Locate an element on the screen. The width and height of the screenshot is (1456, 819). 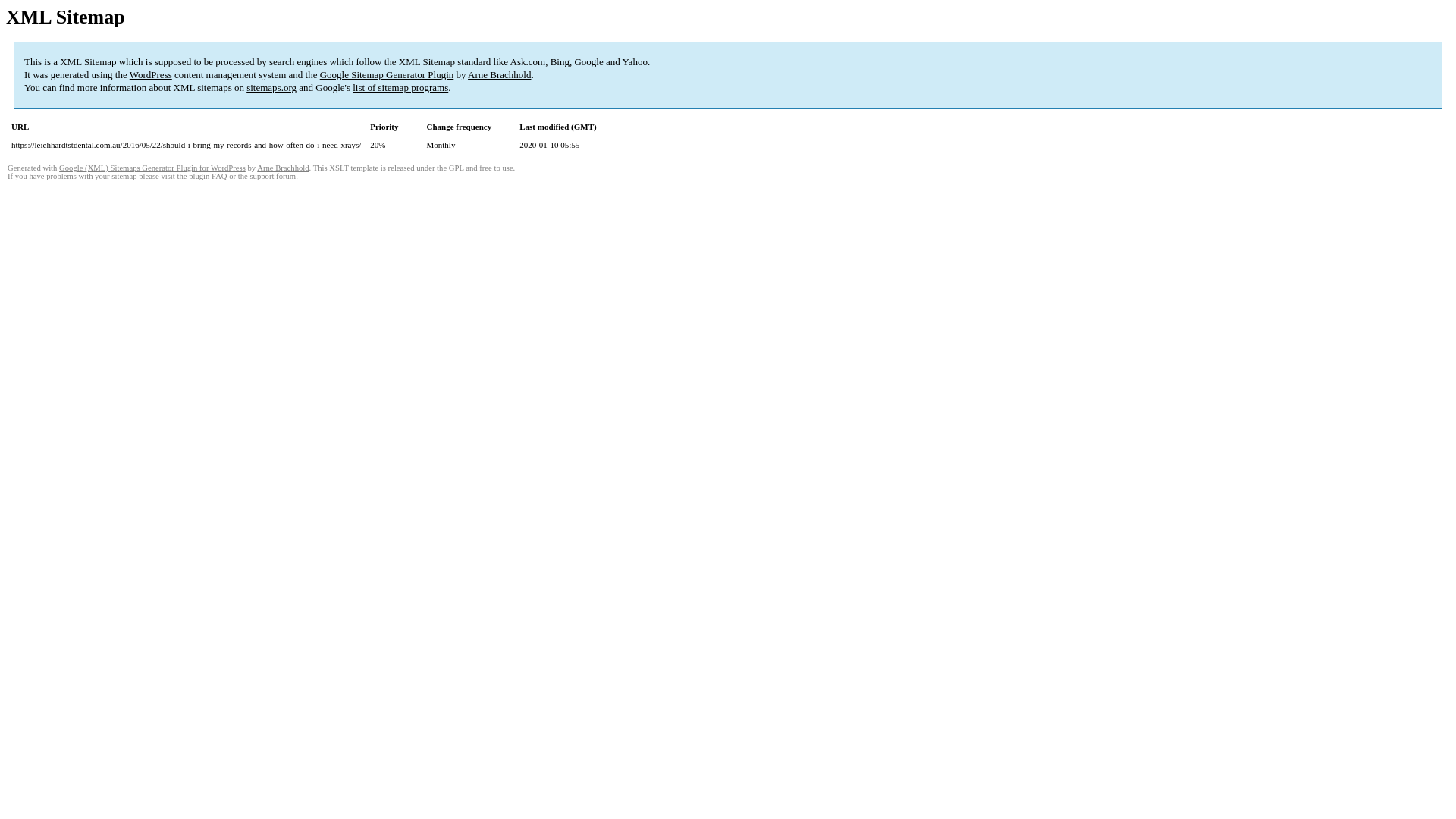
'plugin FAQ' is located at coordinates (206, 175).